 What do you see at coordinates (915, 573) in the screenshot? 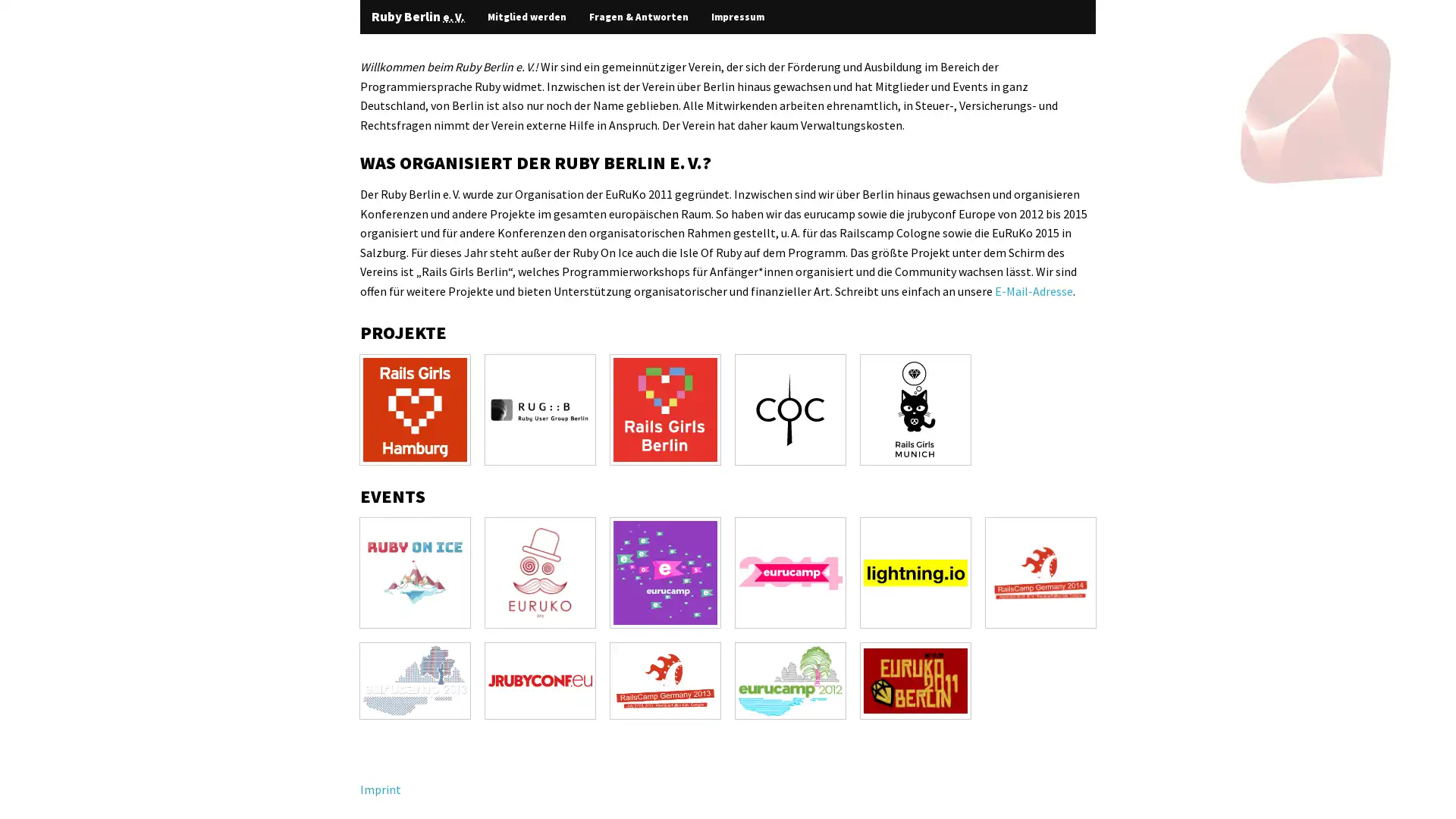
I see `Lightning io` at bounding box center [915, 573].